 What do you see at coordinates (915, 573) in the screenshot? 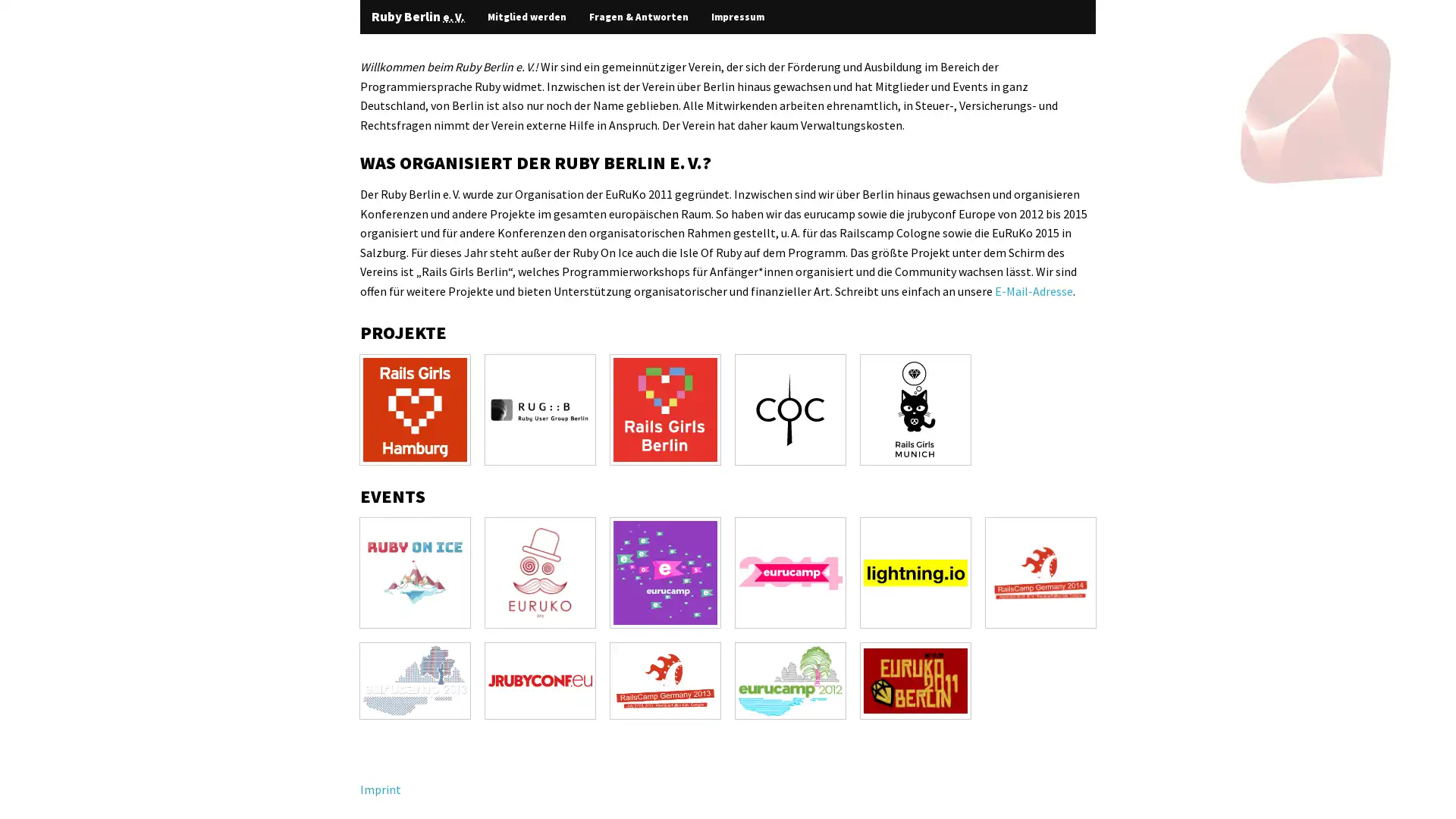
I see `Lightning io` at bounding box center [915, 573].